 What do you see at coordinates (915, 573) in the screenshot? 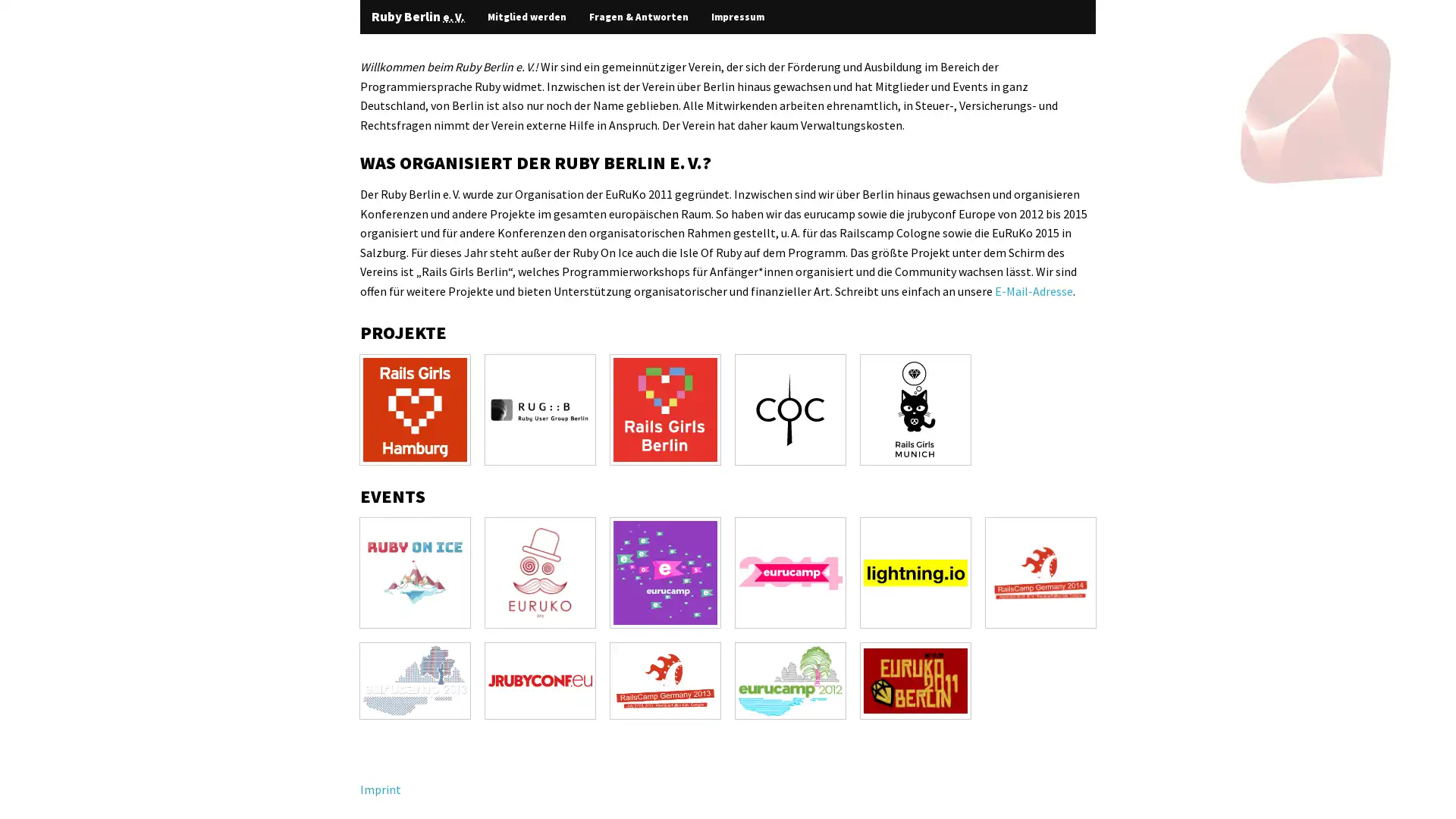
I see `Lightning io` at bounding box center [915, 573].